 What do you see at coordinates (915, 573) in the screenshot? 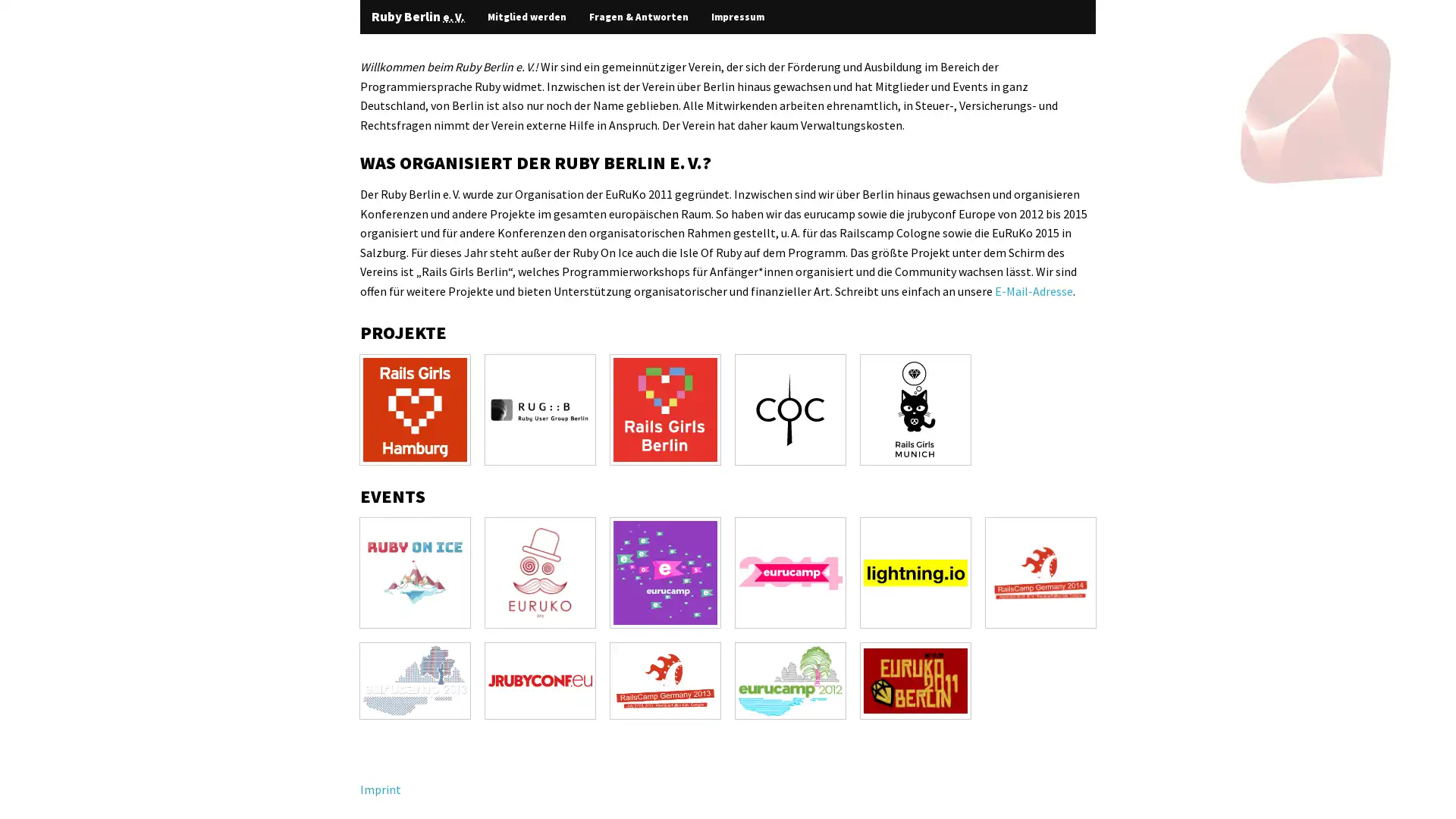
I see `Lightning io` at bounding box center [915, 573].